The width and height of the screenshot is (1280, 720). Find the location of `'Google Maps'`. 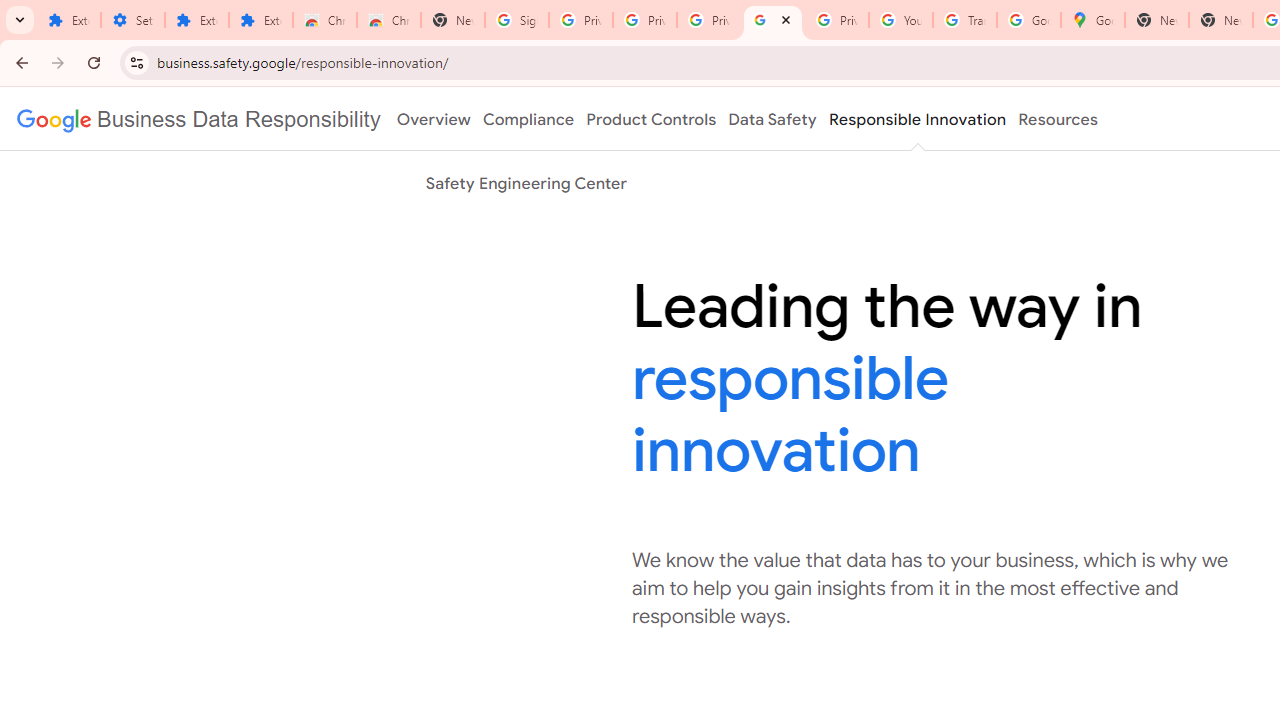

'Google Maps' is located at coordinates (1092, 20).